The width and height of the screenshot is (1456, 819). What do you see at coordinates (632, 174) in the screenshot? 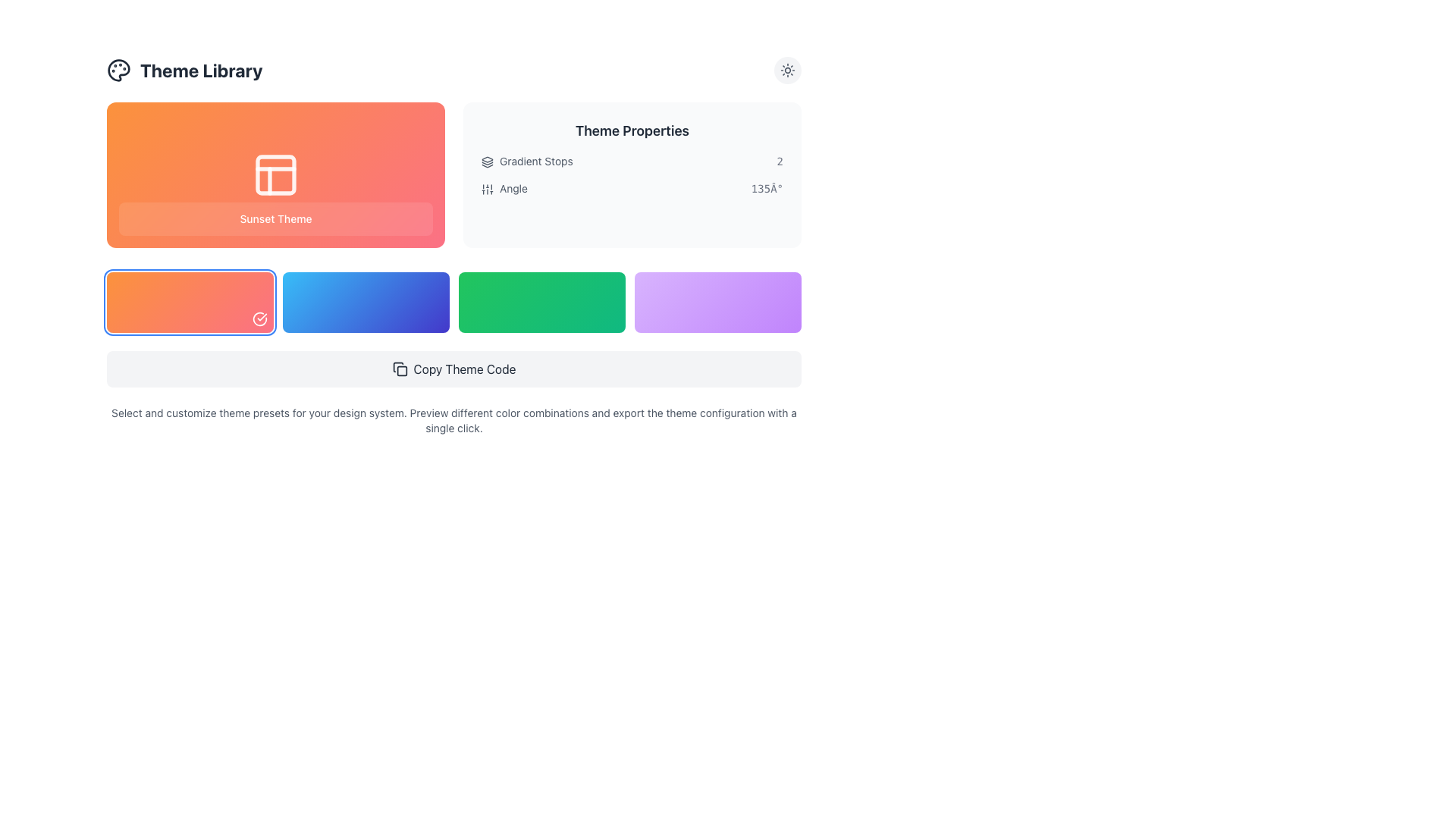
I see `the Informational panel titled 'Theme Properties' which displays 'Gradient Stops' and 'Angle' with their respective values` at bounding box center [632, 174].